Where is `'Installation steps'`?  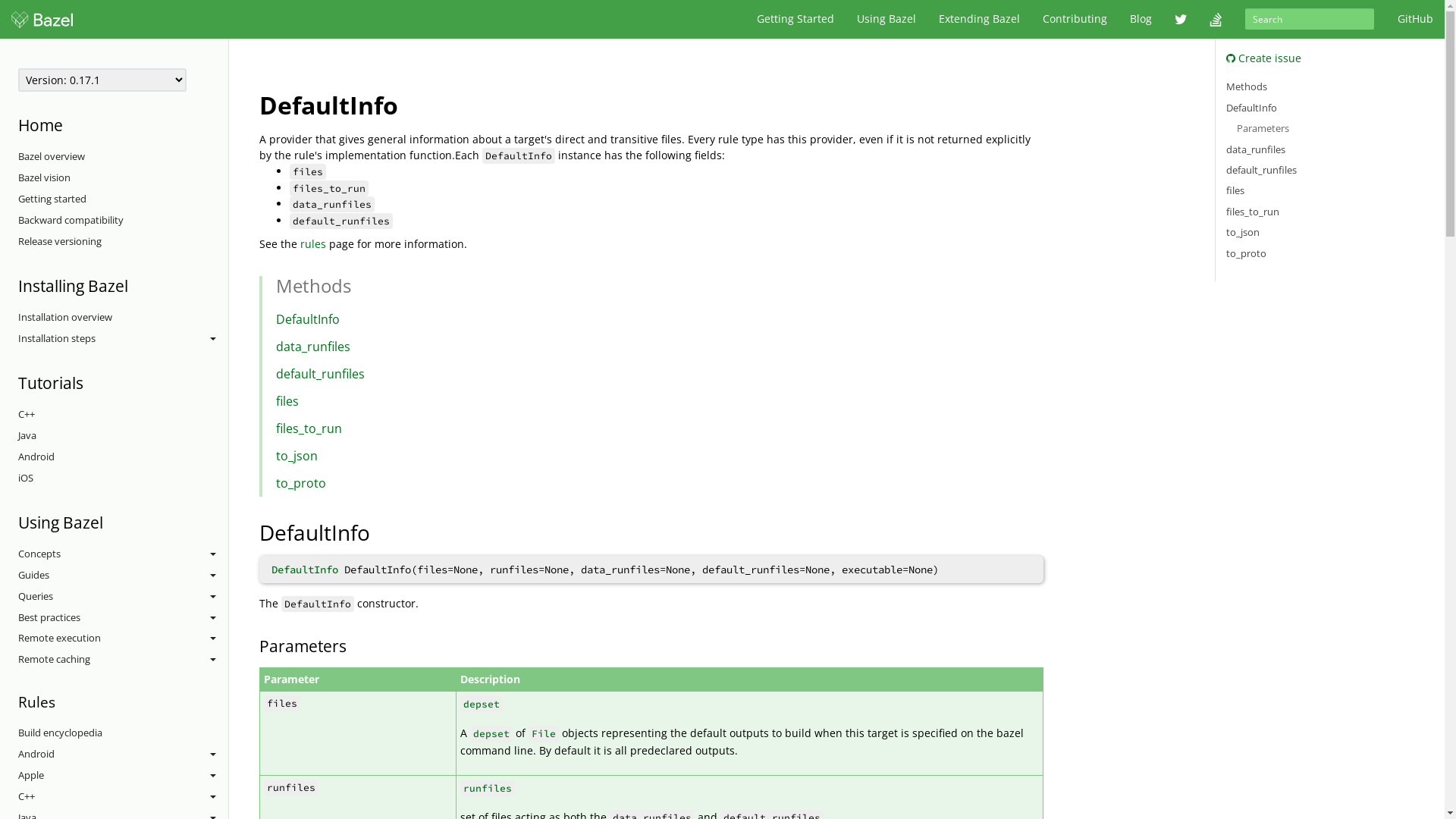 'Installation steps' is located at coordinates (123, 338).